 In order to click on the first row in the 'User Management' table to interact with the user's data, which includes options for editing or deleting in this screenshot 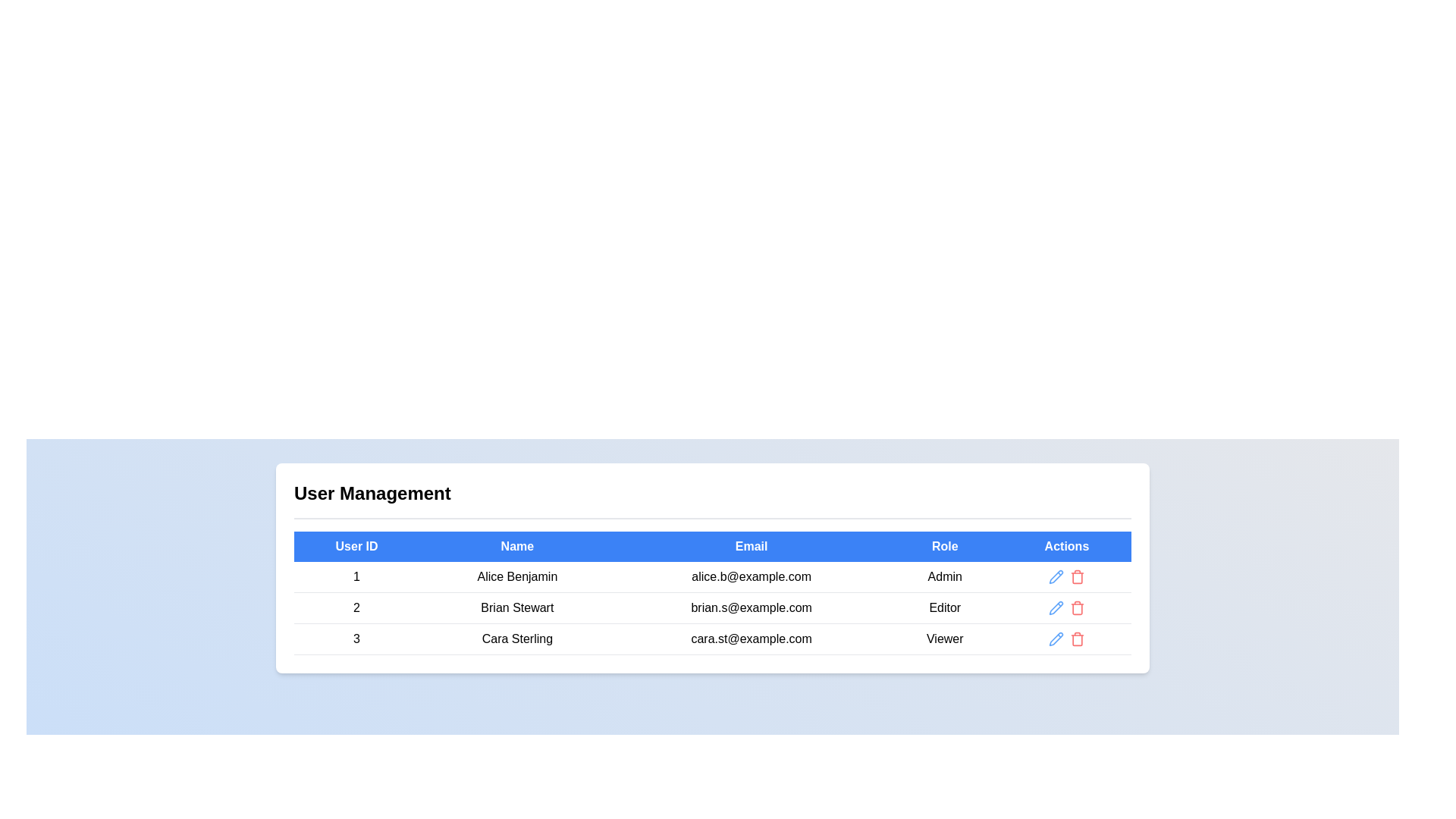, I will do `click(712, 576)`.